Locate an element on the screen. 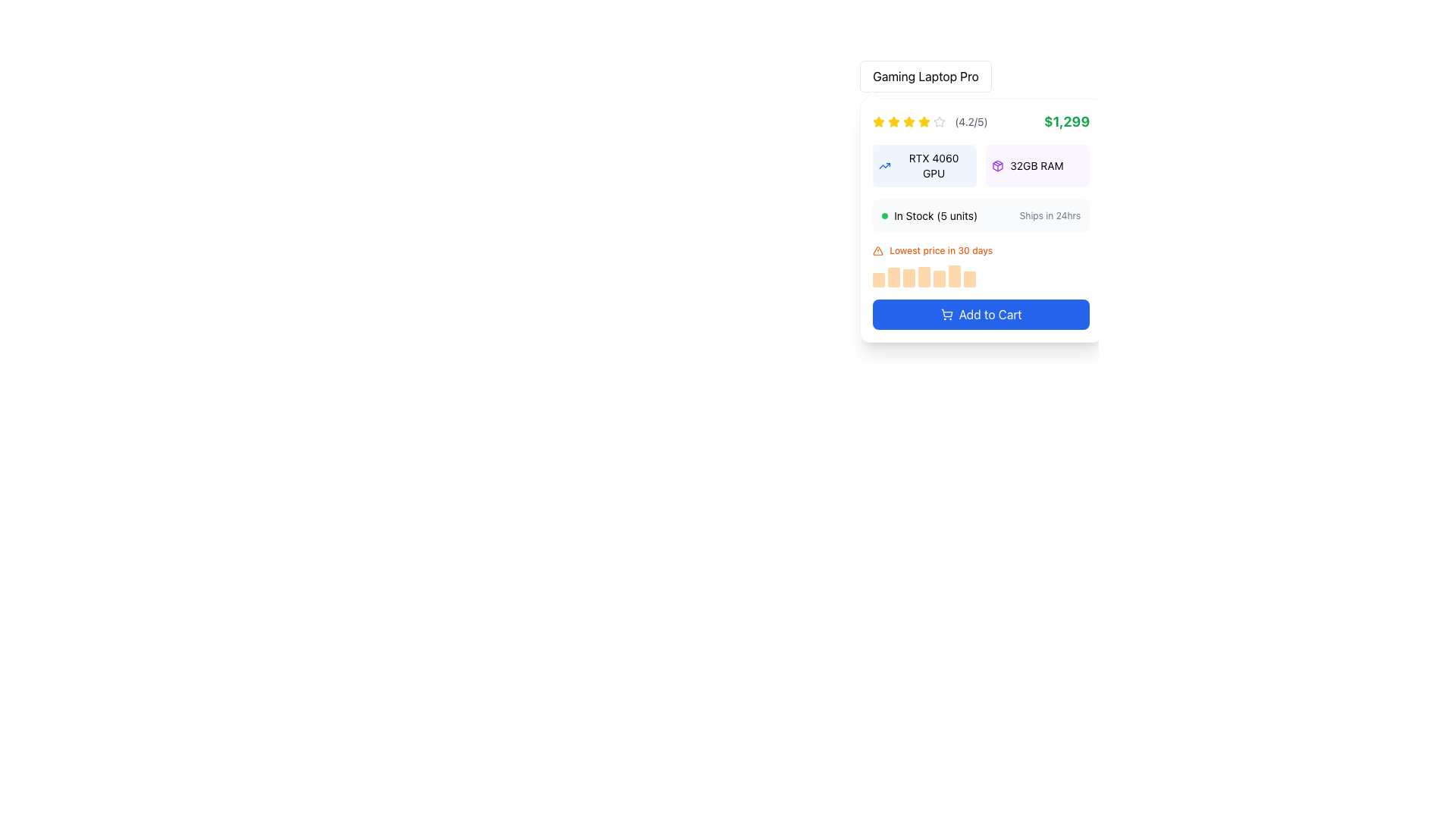 This screenshot has height=819, width=1456. the fifth star icon in the 5-star rating system, which is styled with a yellow fill and represents a rating component is located at coordinates (924, 121).